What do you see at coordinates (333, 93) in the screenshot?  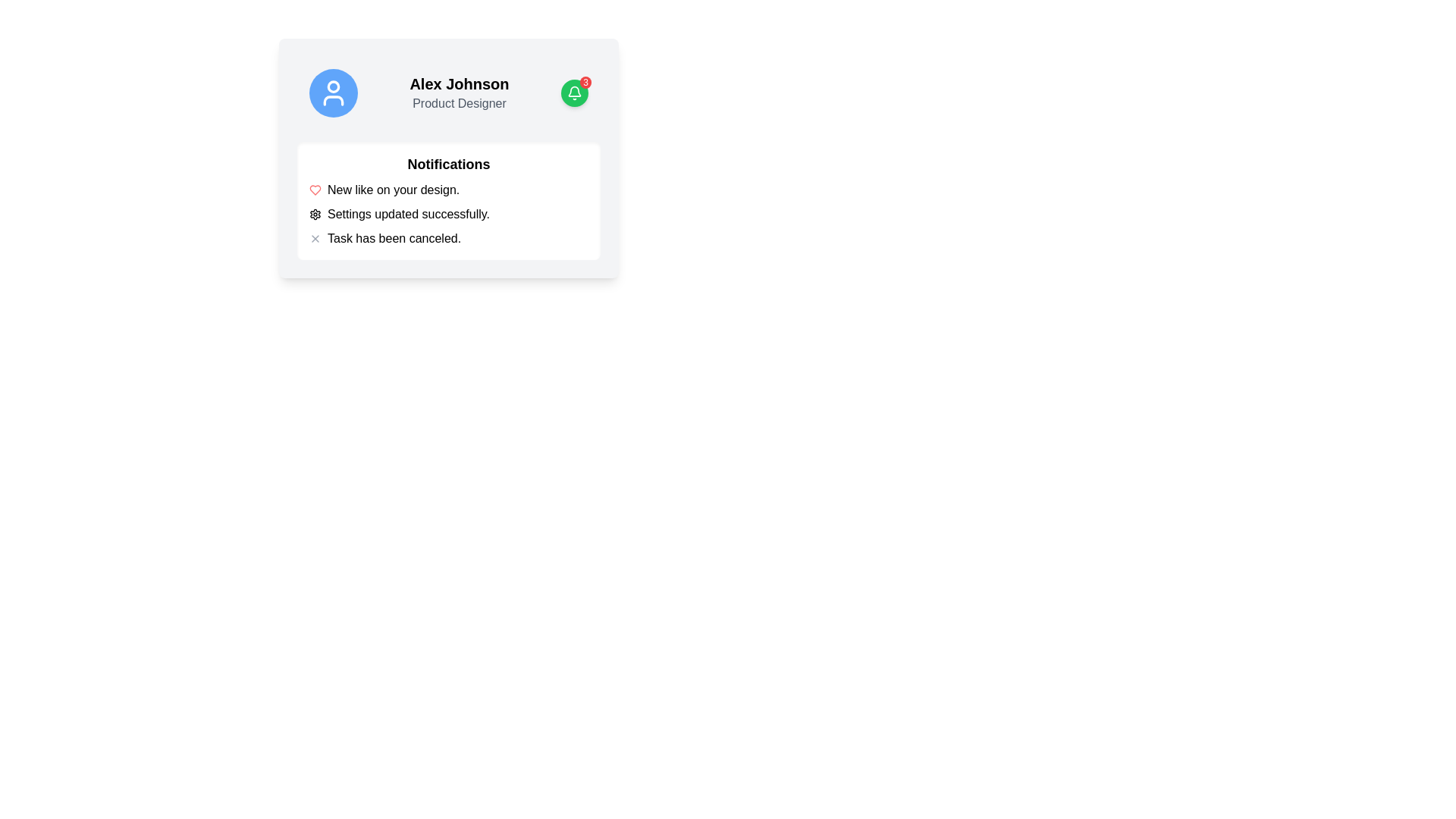 I see `the circular Profile Icon with a blue background and a white user symbol` at bounding box center [333, 93].